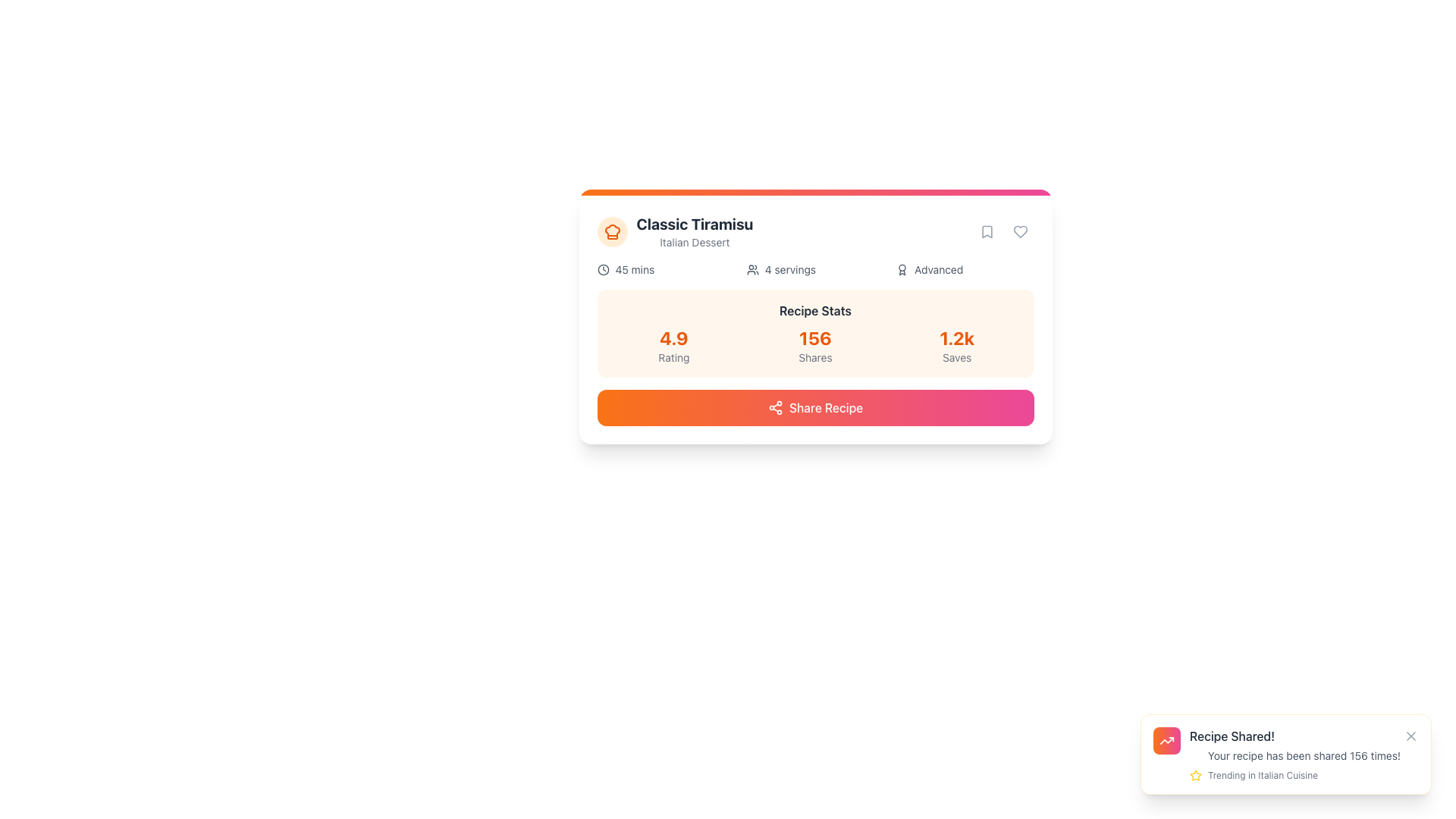 The height and width of the screenshot is (819, 1456). What do you see at coordinates (1263, 775) in the screenshot?
I see `Text label located in the bottom-right corner of the notification-style card, which provides context or category information related to the notification` at bounding box center [1263, 775].